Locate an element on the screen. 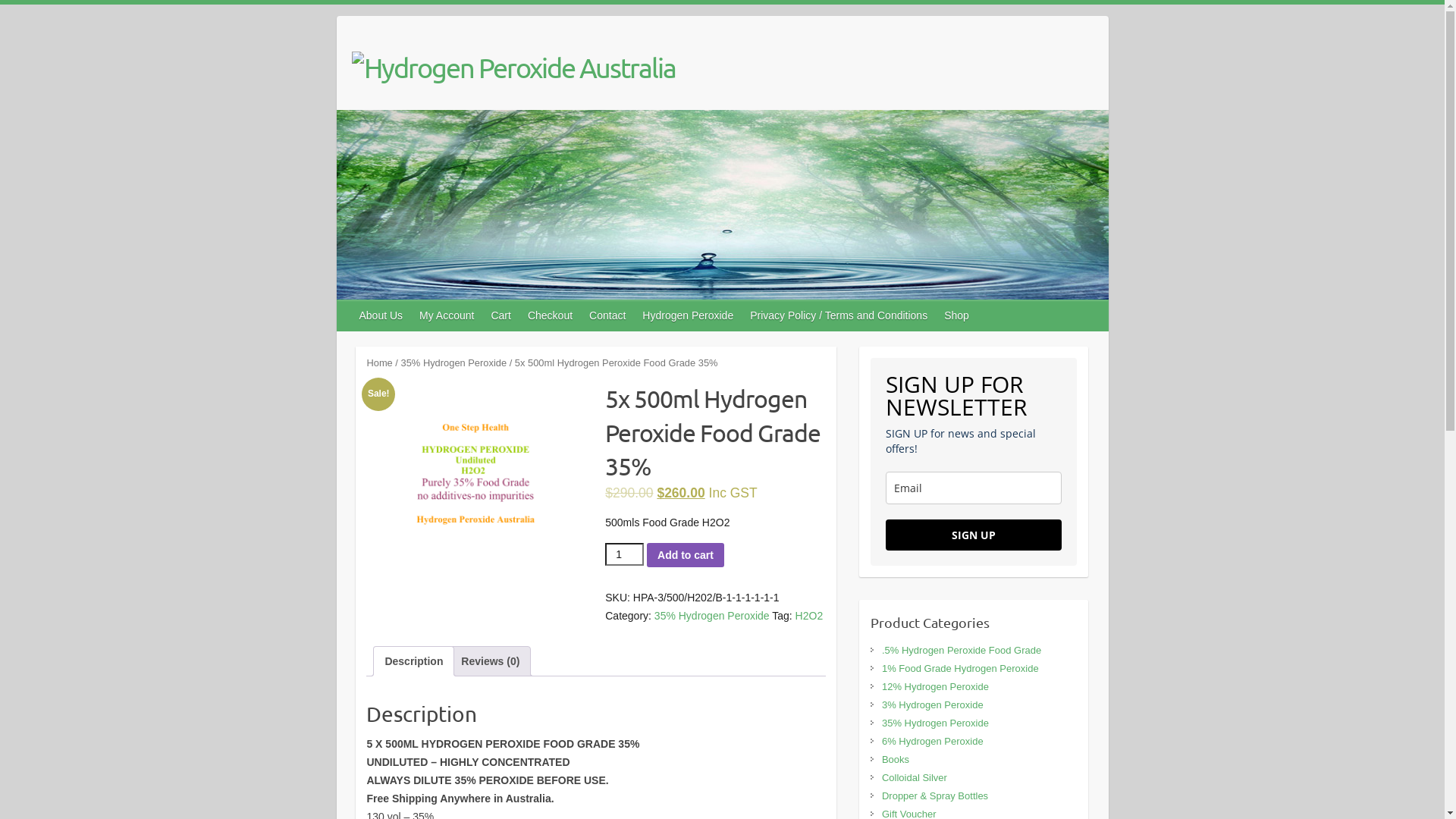  'Checkout' is located at coordinates (520, 315).